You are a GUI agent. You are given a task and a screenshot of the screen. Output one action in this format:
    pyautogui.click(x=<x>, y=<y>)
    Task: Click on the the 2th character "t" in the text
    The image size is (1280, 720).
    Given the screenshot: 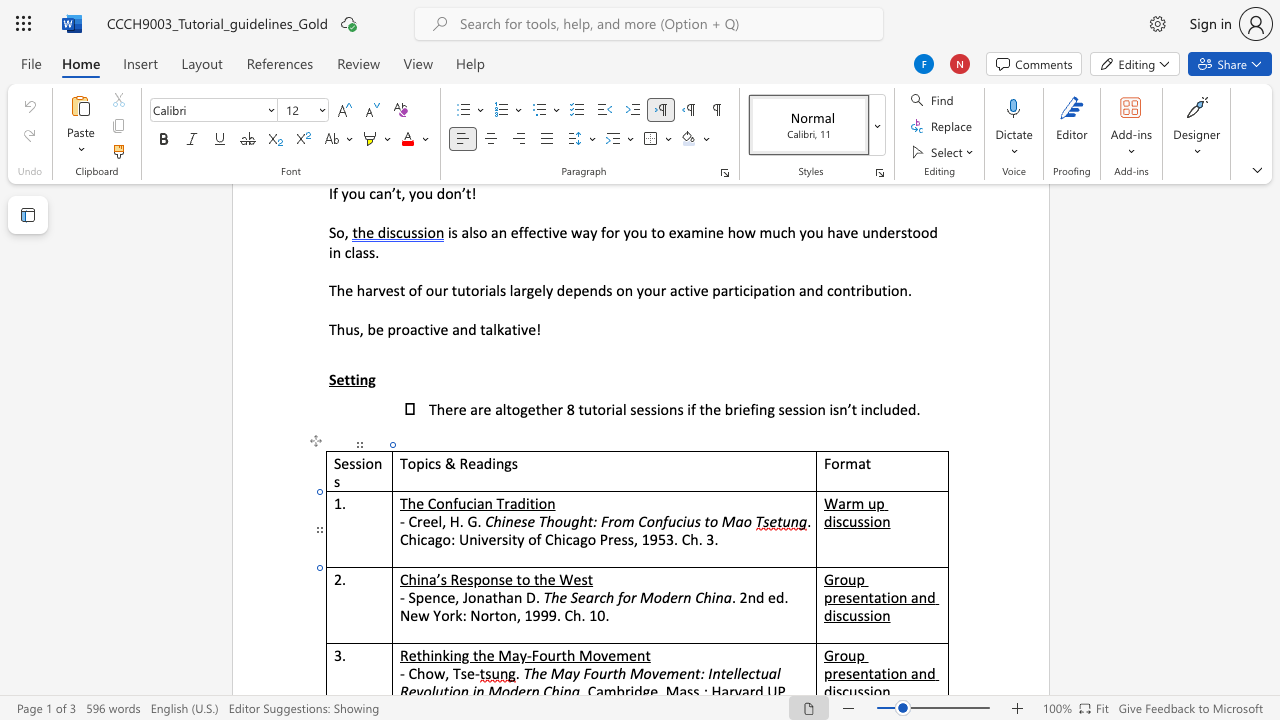 What is the action you would take?
    pyautogui.click(x=707, y=520)
    